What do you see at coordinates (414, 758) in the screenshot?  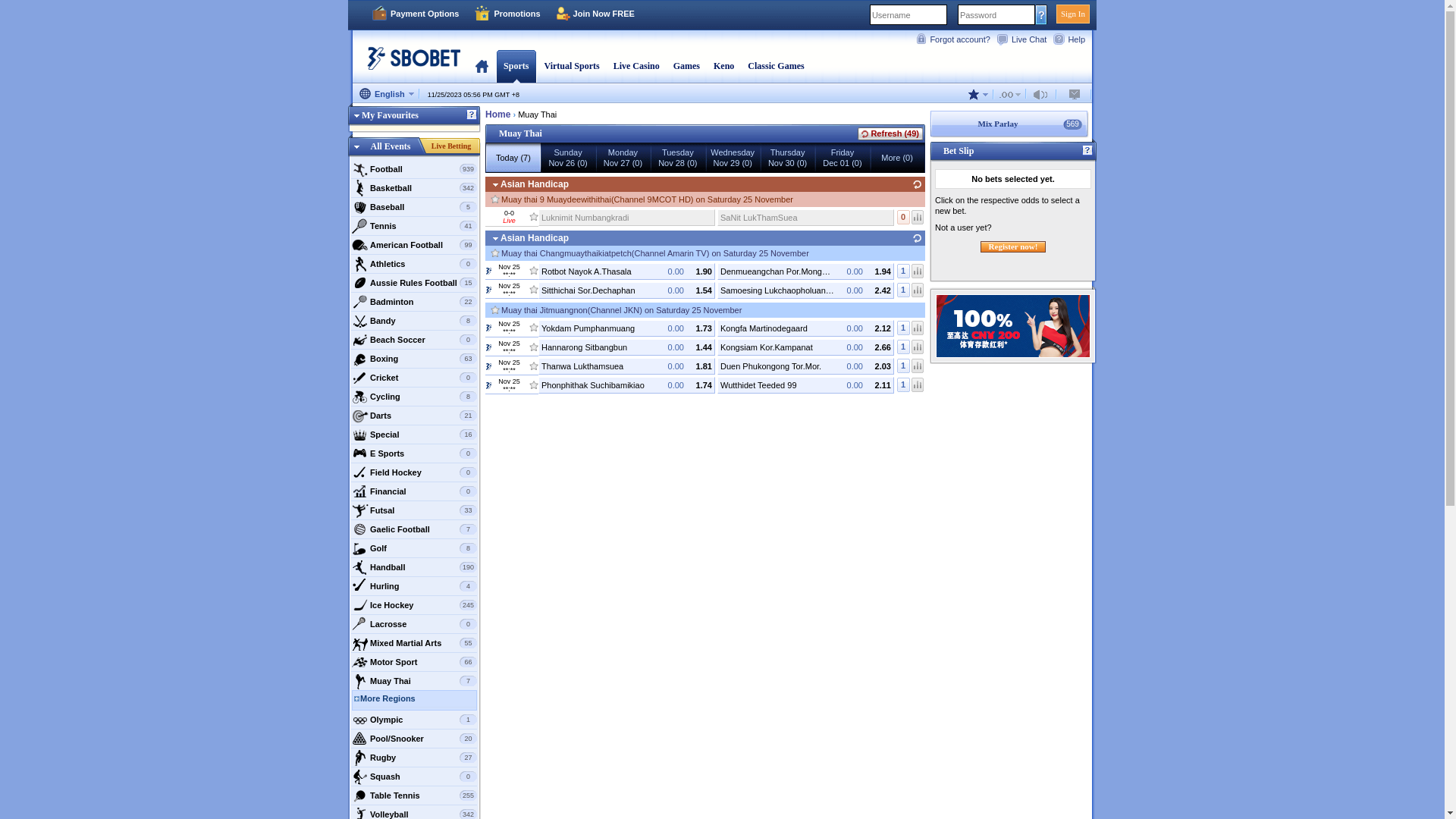 I see `'Rugby` at bounding box center [414, 758].